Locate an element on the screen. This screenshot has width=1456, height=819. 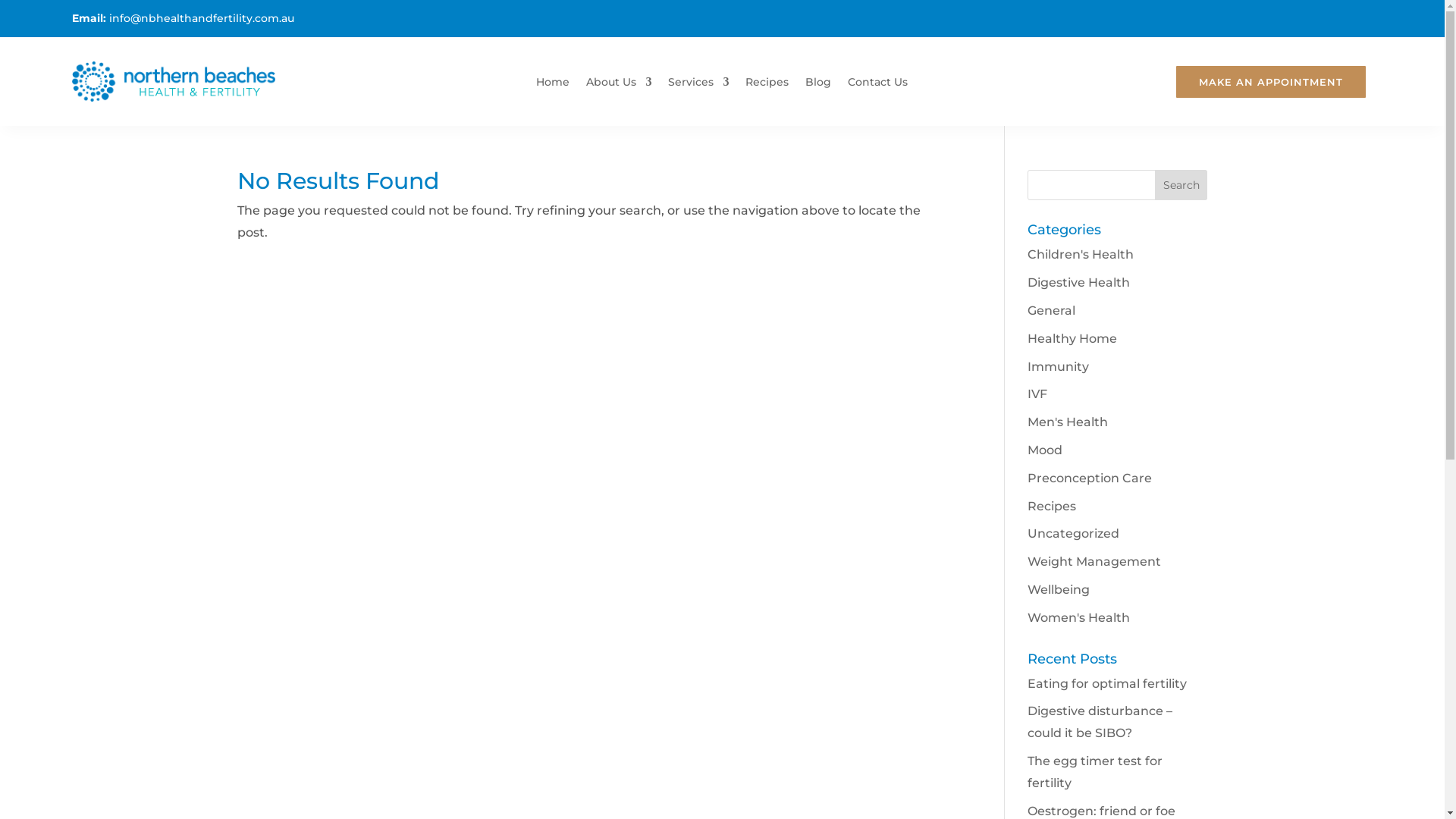
'Blog' is located at coordinates (817, 84).